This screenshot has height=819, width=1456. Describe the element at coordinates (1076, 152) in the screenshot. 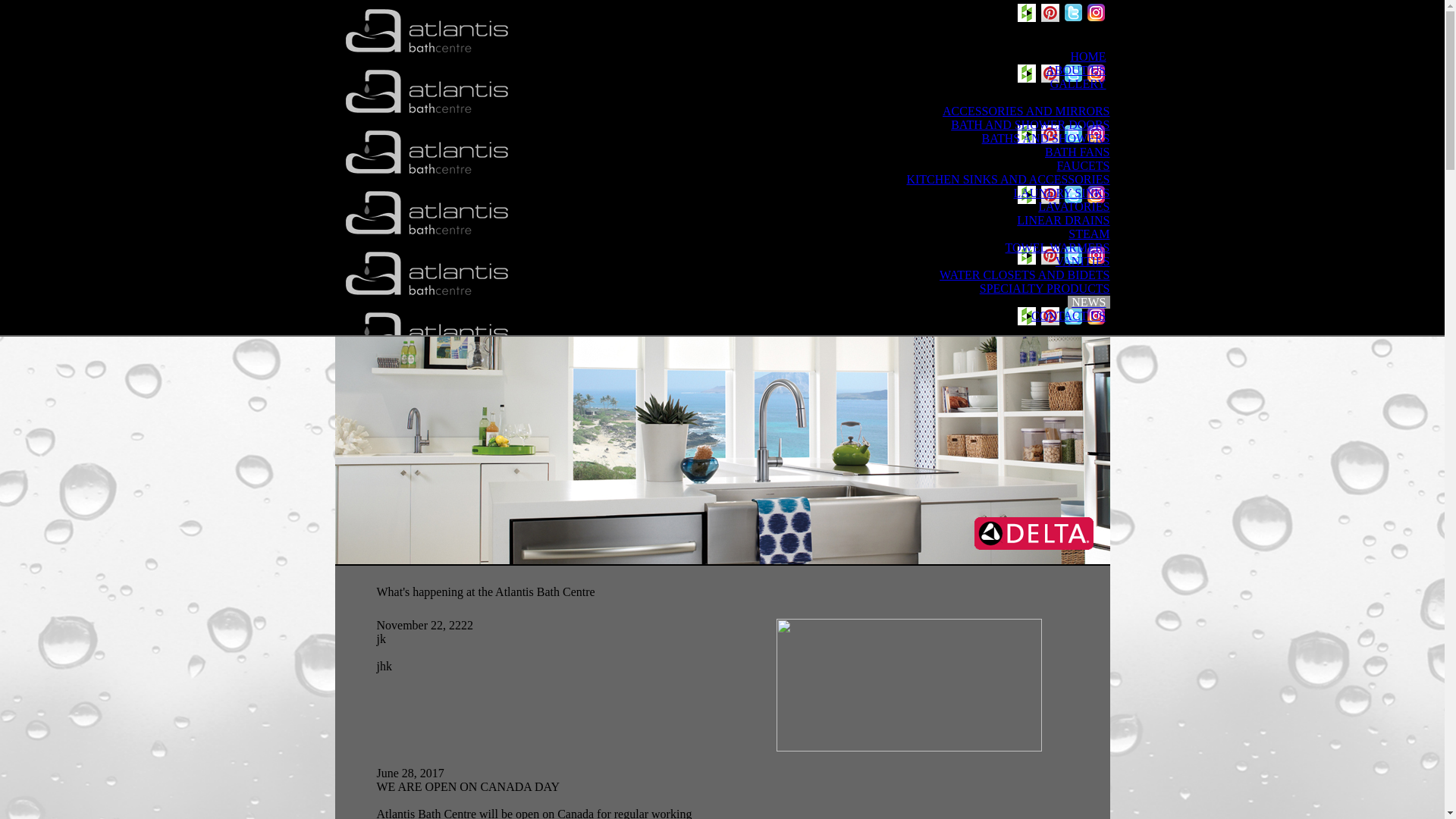

I see `'BATH FANS'` at that location.